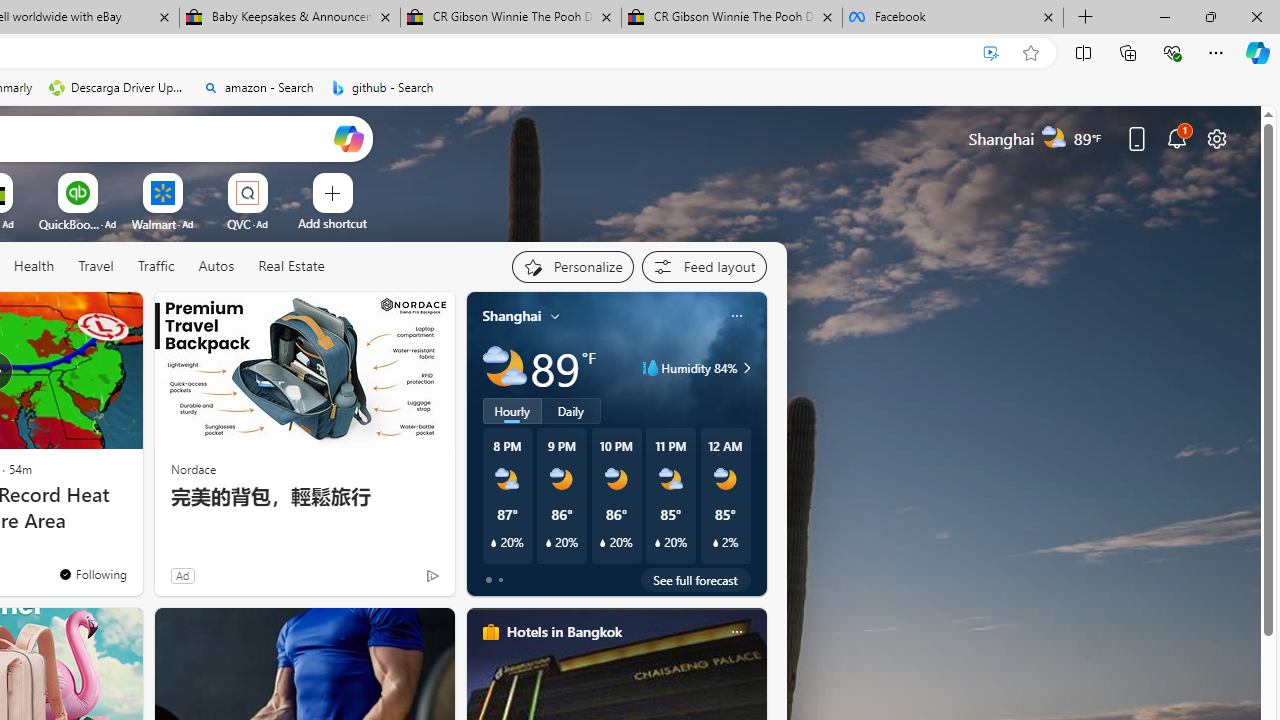 The image size is (1280, 720). Describe the element at coordinates (257, 87) in the screenshot. I see `'amazon - Search'` at that location.